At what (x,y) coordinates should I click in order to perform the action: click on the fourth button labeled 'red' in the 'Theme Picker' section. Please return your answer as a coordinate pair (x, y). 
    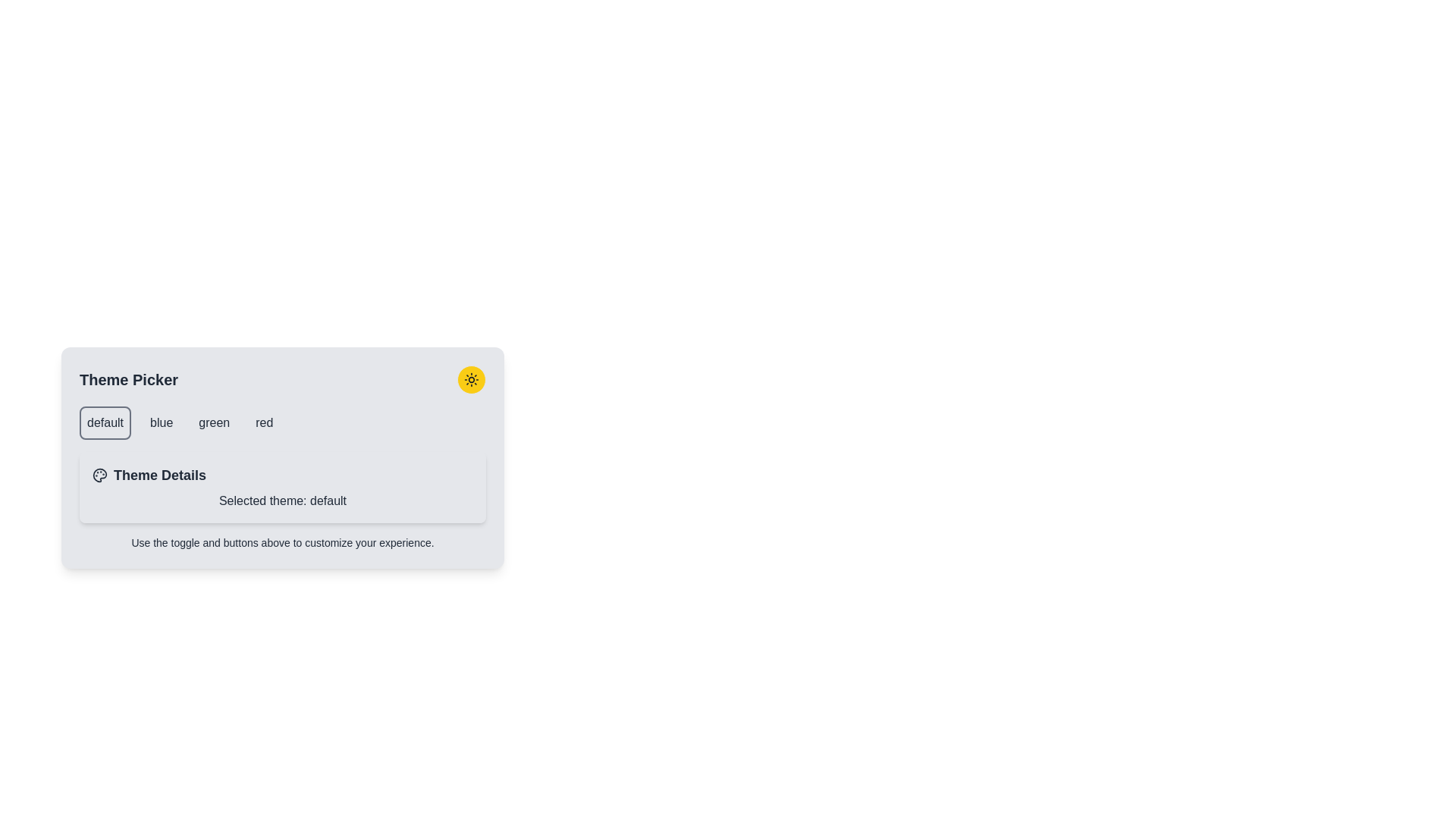
    Looking at the image, I should click on (264, 423).